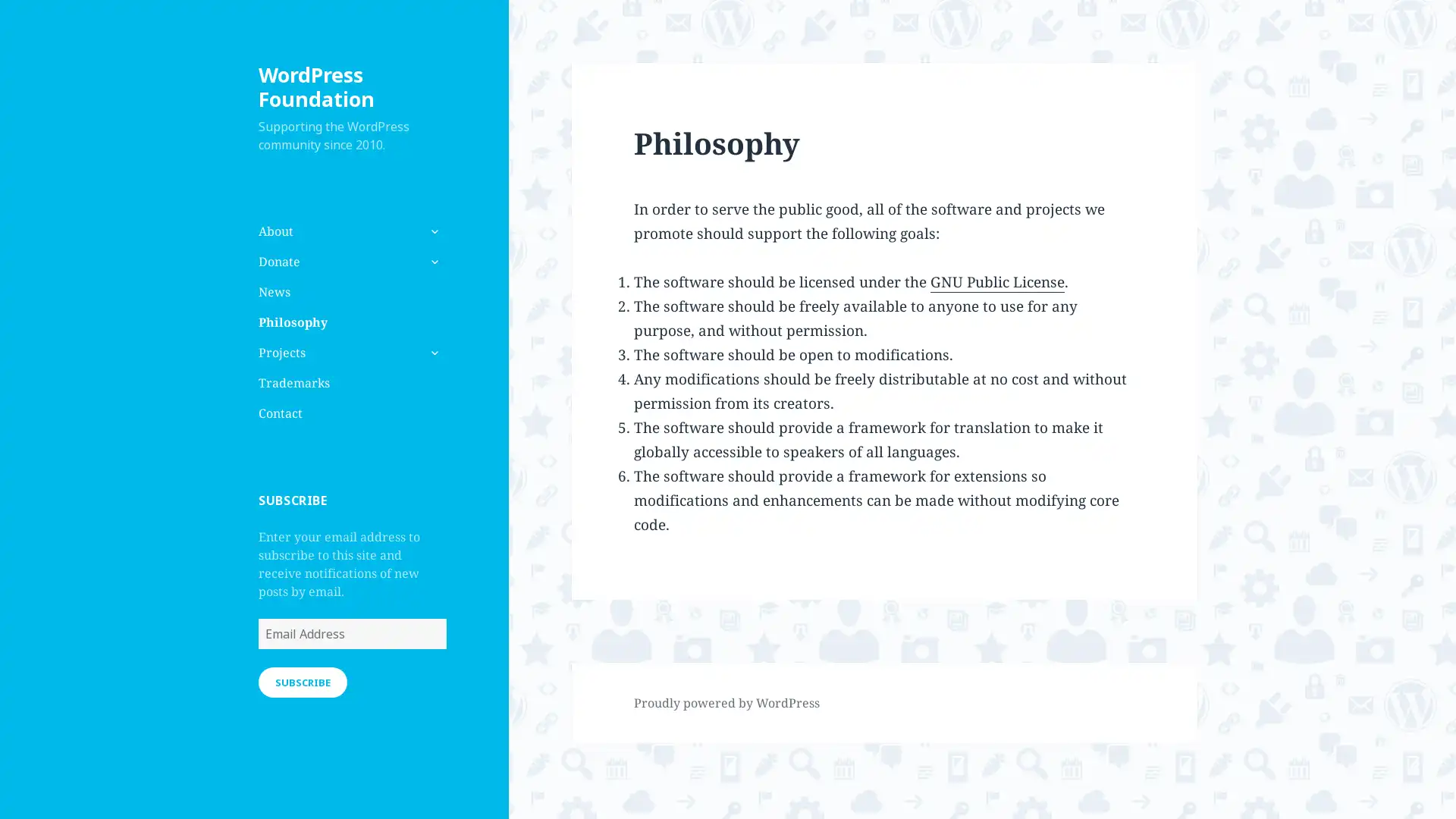 Image resolution: width=1456 pixels, height=819 pixels. What do you see at coordinates (432, 260) in the screenshot?
I see `expand child menu` at bounding box center [432, 260].